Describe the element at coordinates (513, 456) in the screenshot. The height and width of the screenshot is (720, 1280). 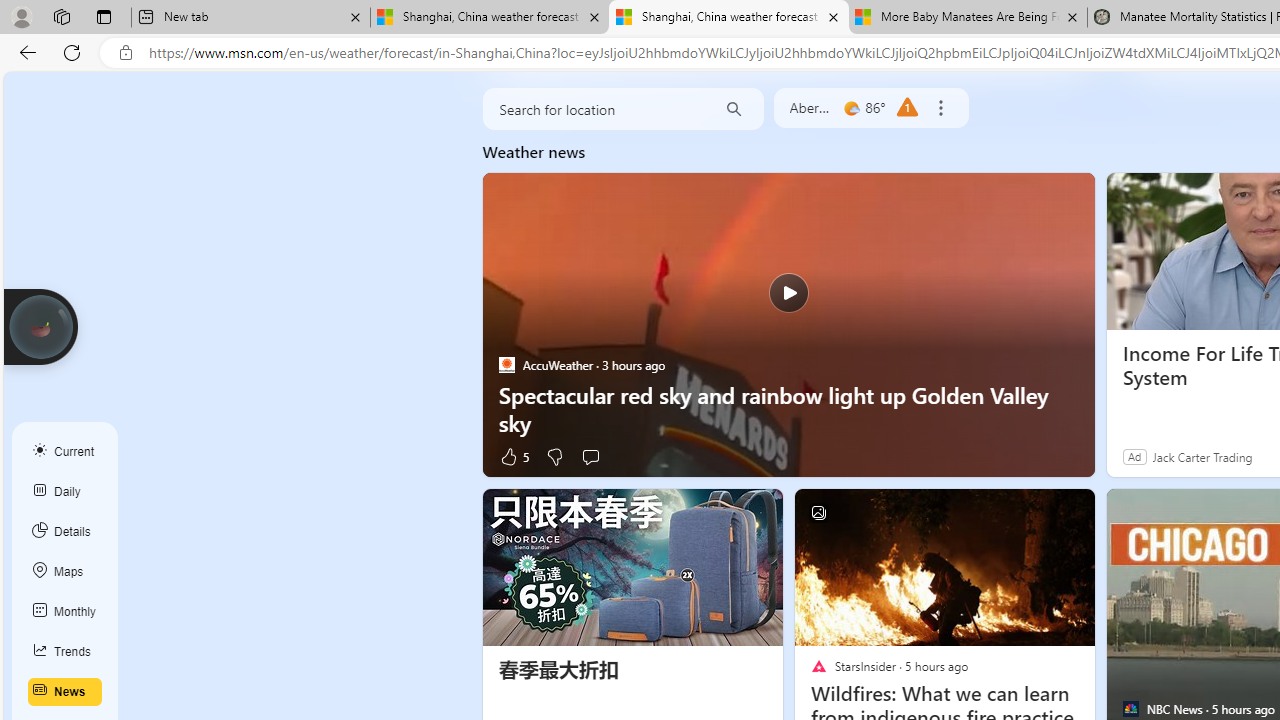
I see `'5 Like'` at that location.